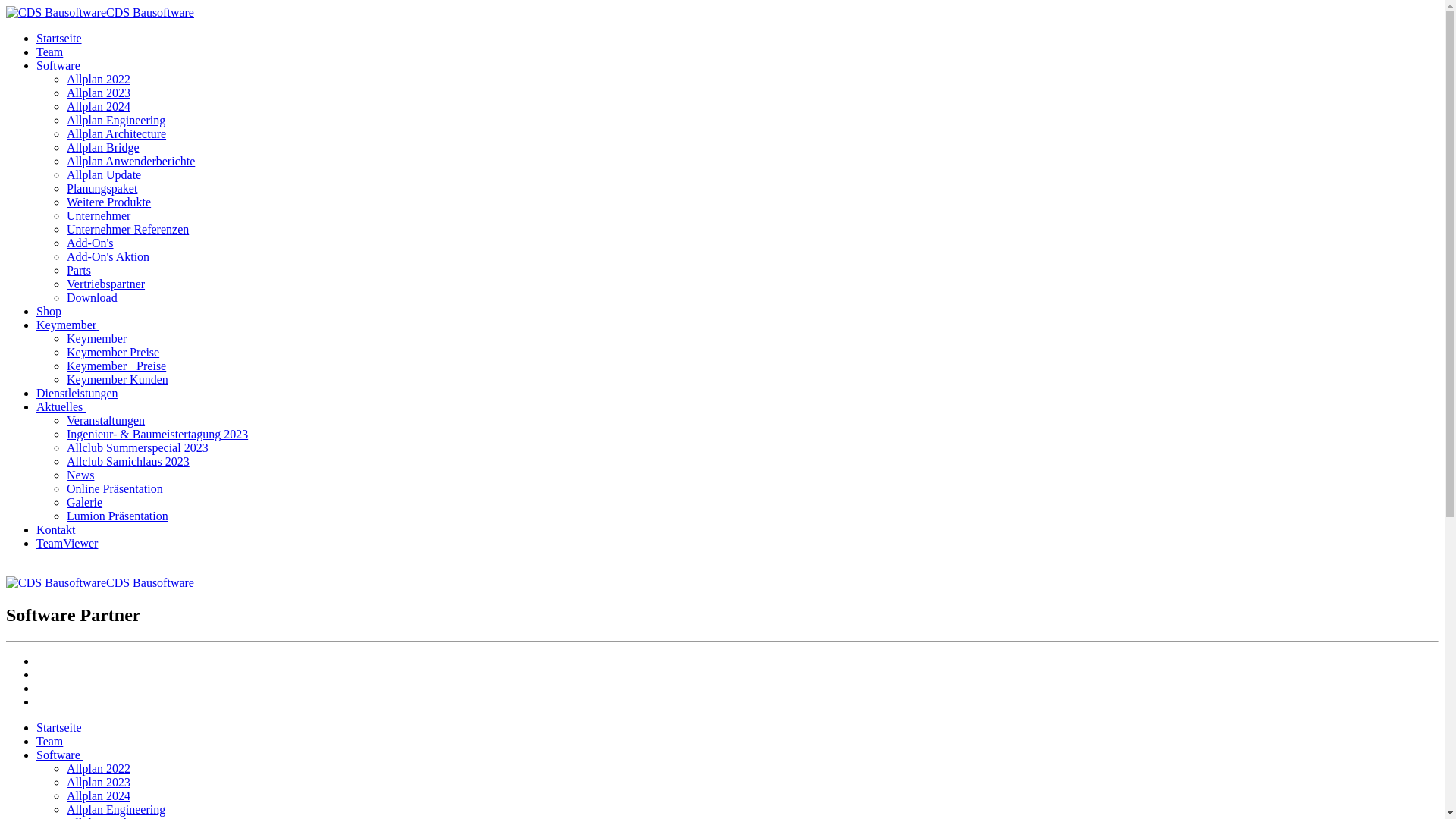 The width and height of the screenshot is (1456, 819). I want to click on 'Allplan 2024', so click(97, 795).